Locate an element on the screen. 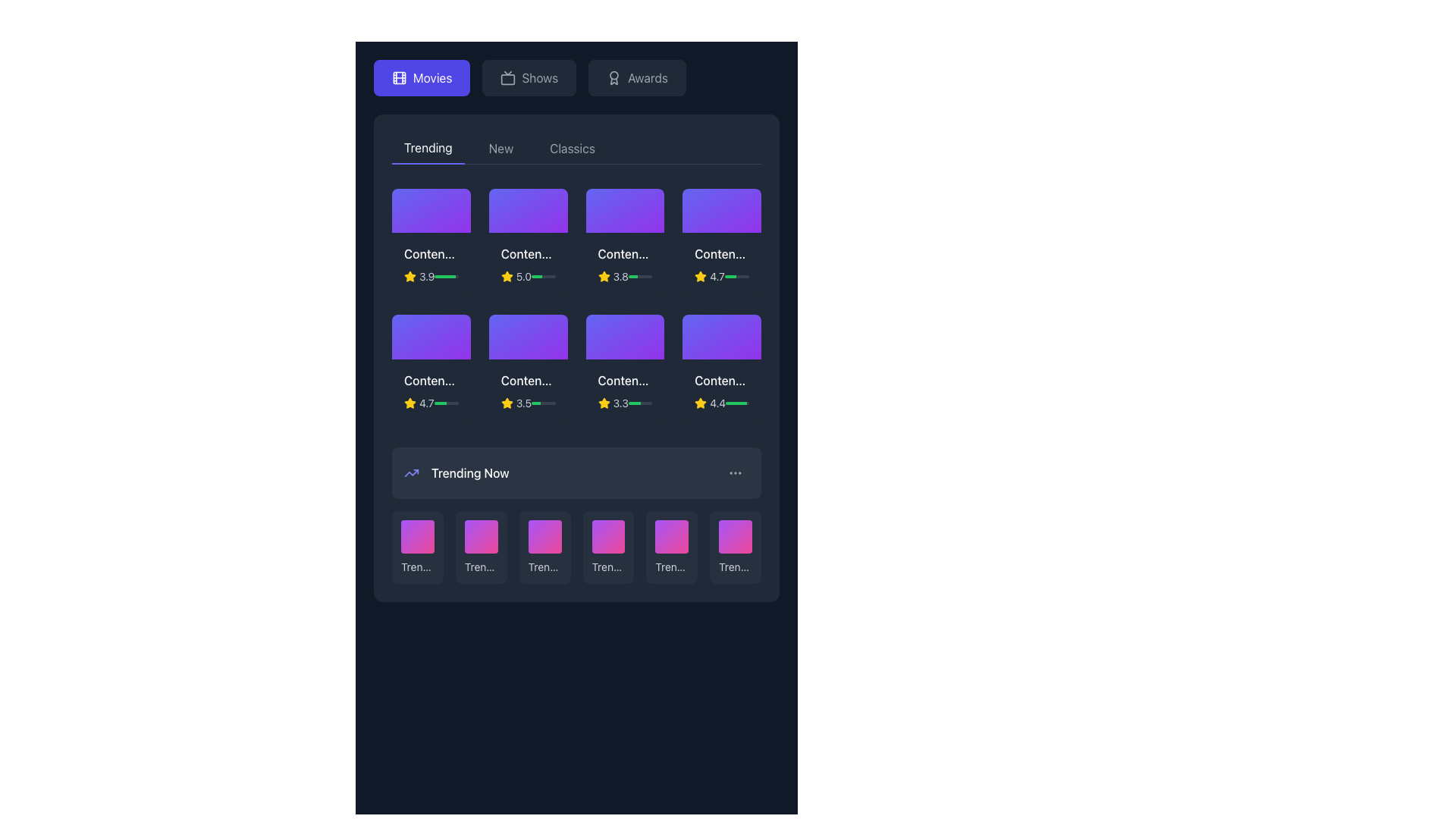 This screenshot has height=819, width=1456. the information display card with rating details located in the second column of the first row of the grid in the 'Trending' section of the 'Movies' tab is located at coordinates (528, 264).